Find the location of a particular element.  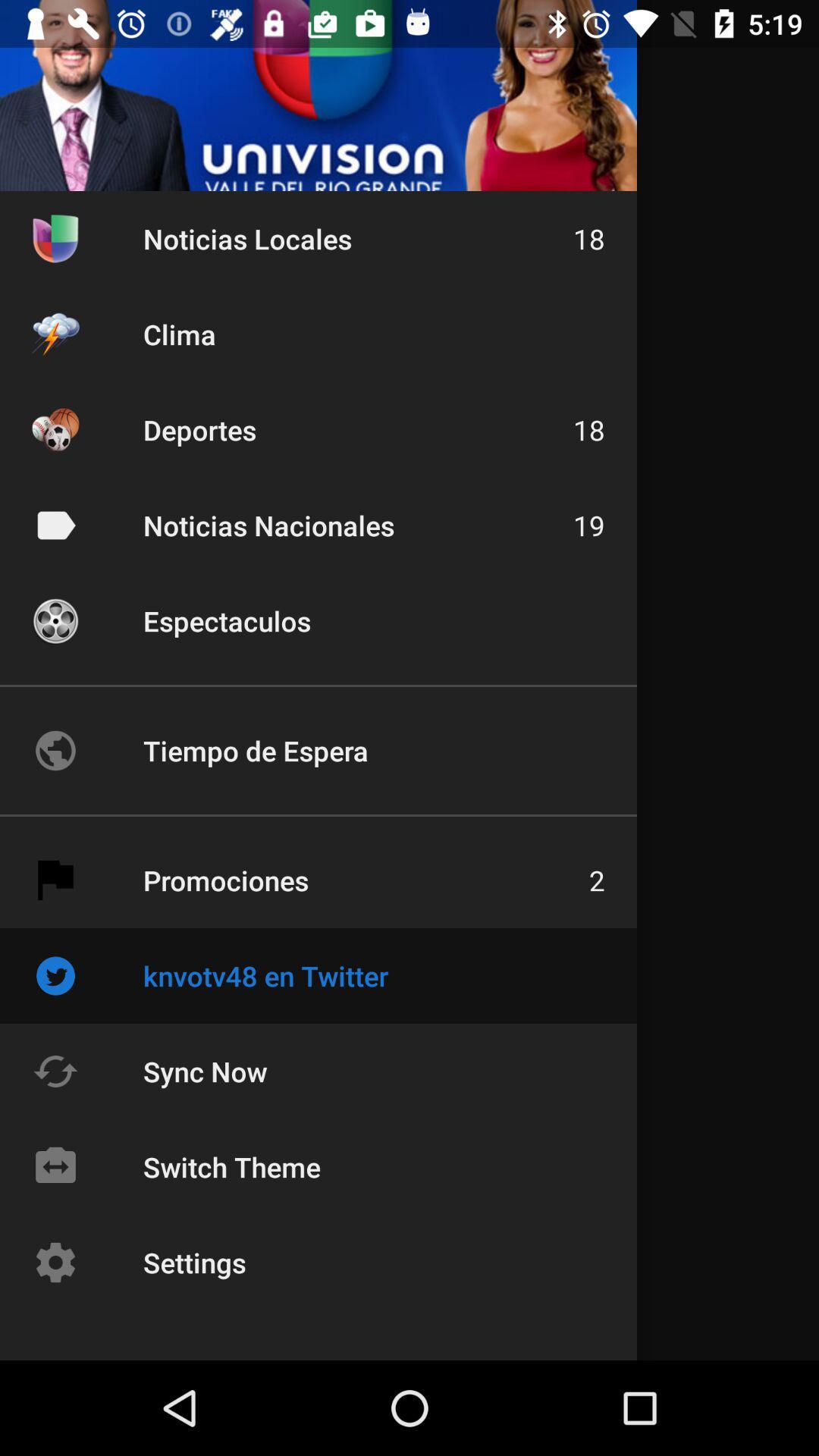

the symbol which is to the left side of noticias nacoinales is located at coordinates (55, 525).